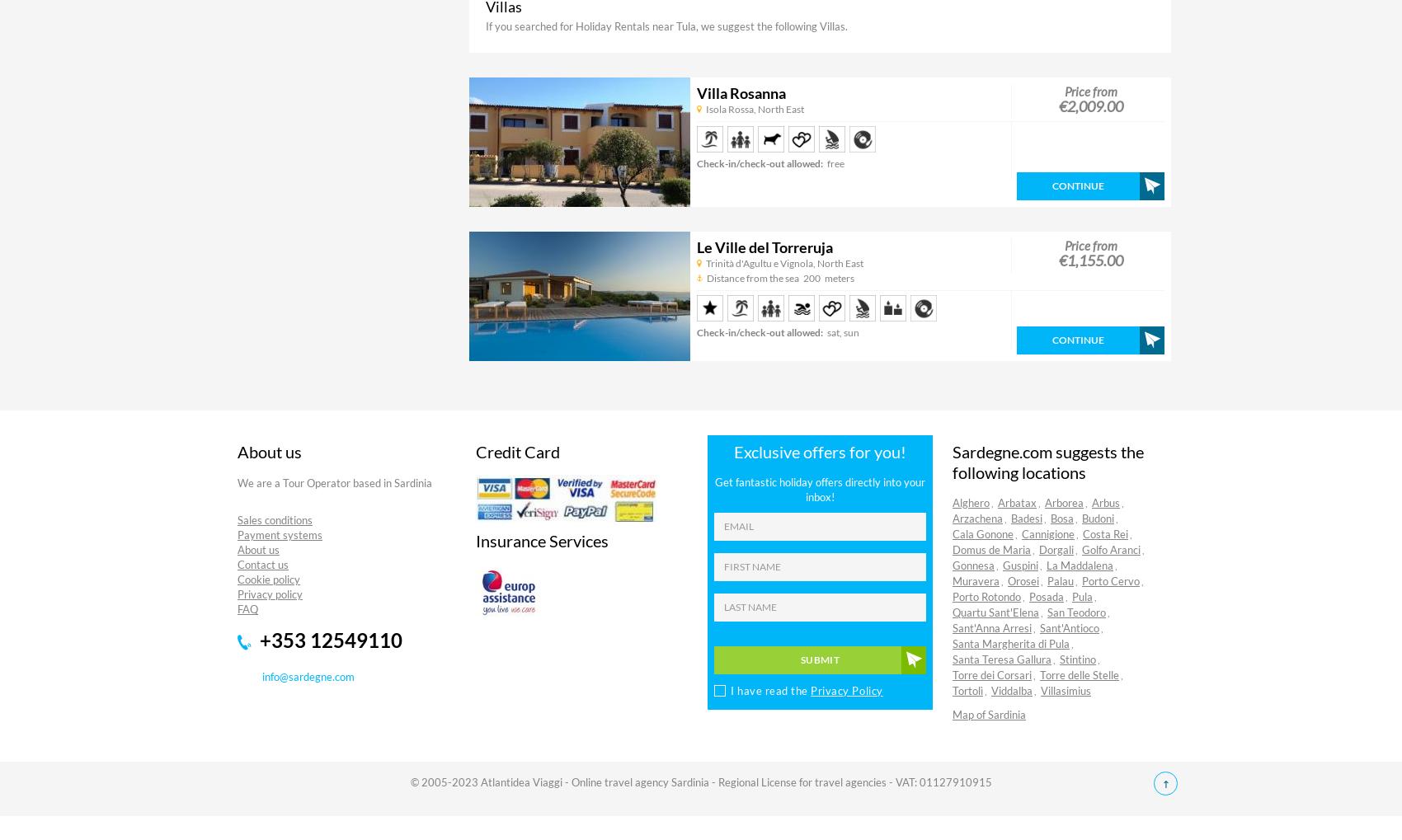  I want to click on 'Contact us', so click(262, 563).